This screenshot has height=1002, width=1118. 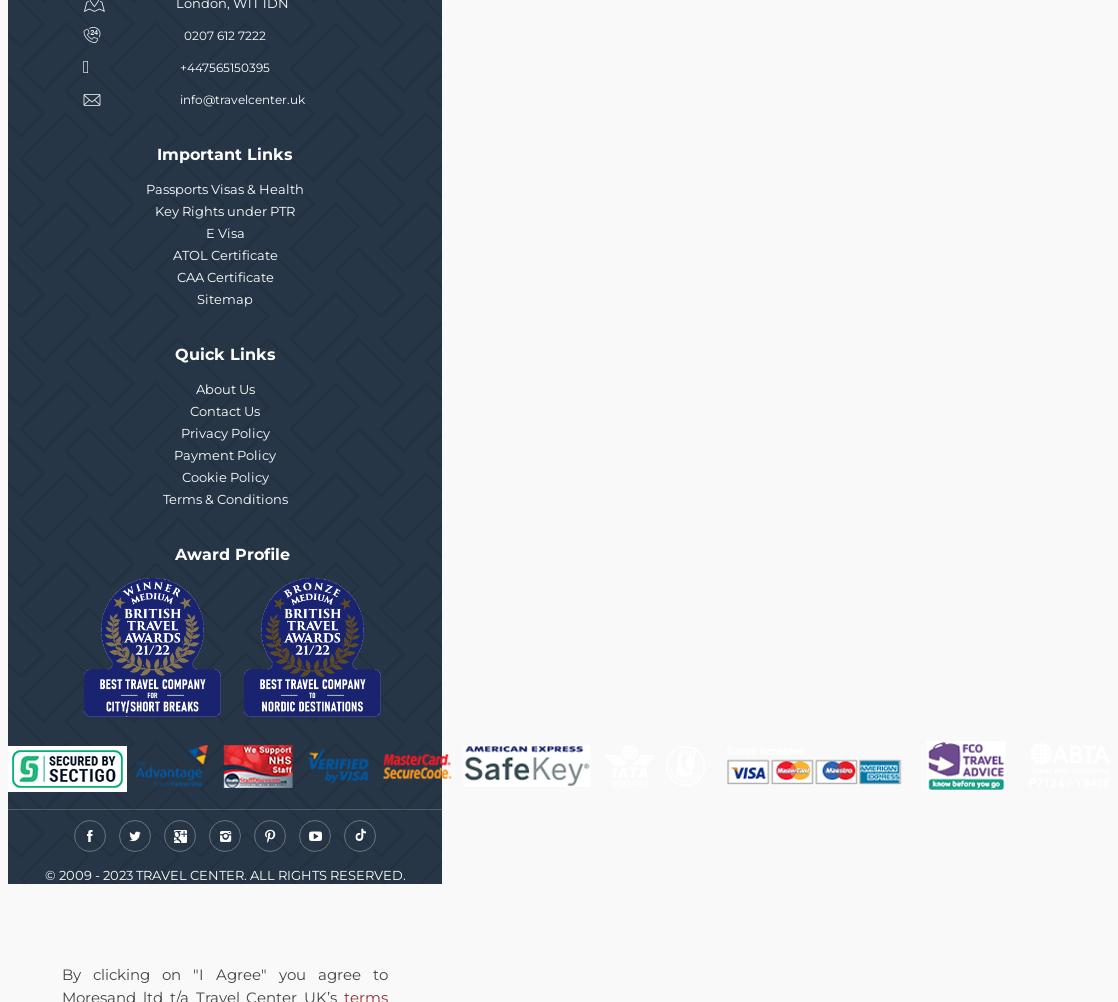 What do you see at coordinates (181, 475) in the screenshot?
I see `'Cookie Policy'` at bounding box center [181, 475].